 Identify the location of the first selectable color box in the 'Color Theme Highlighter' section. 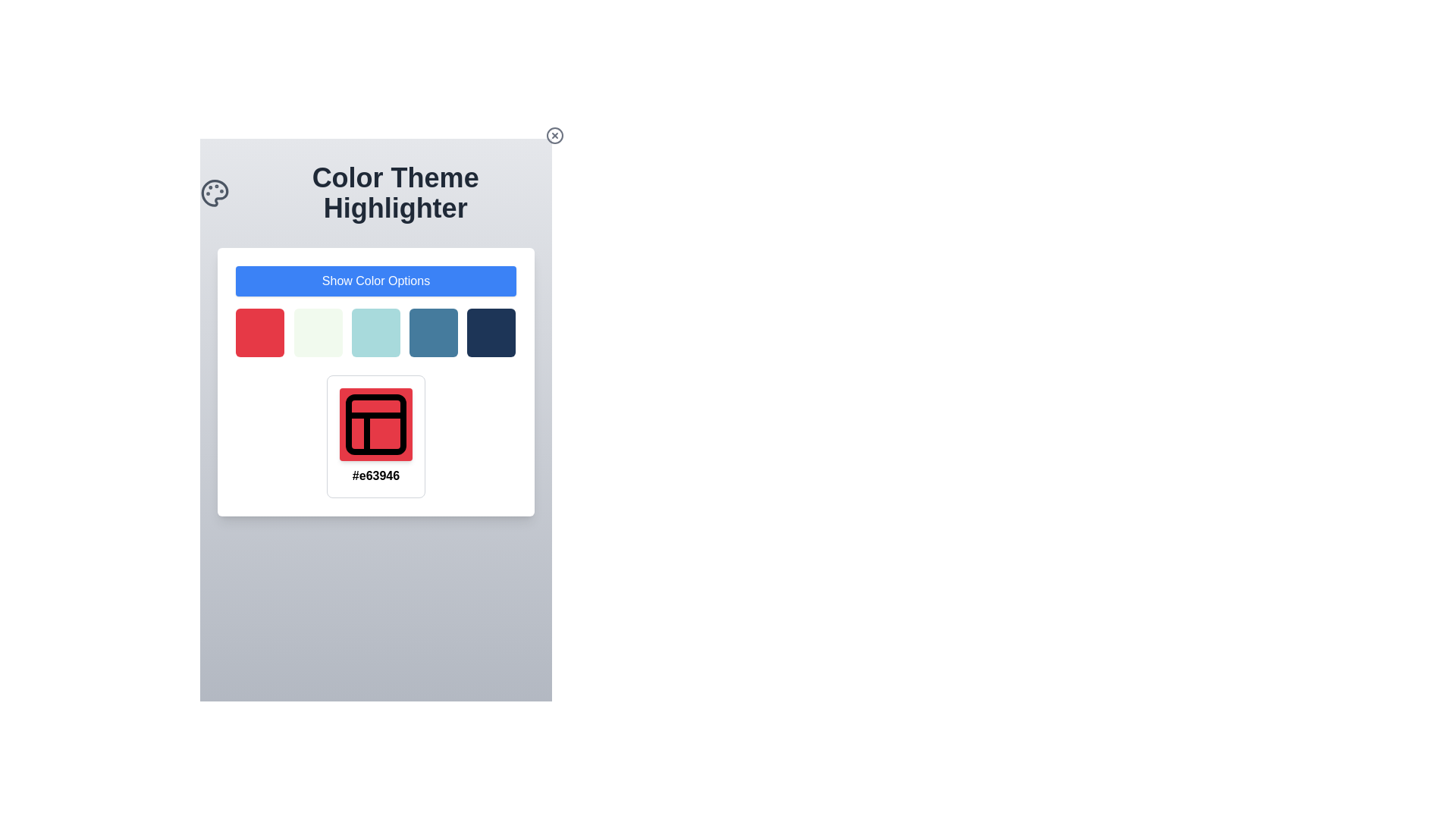
(260, 332).